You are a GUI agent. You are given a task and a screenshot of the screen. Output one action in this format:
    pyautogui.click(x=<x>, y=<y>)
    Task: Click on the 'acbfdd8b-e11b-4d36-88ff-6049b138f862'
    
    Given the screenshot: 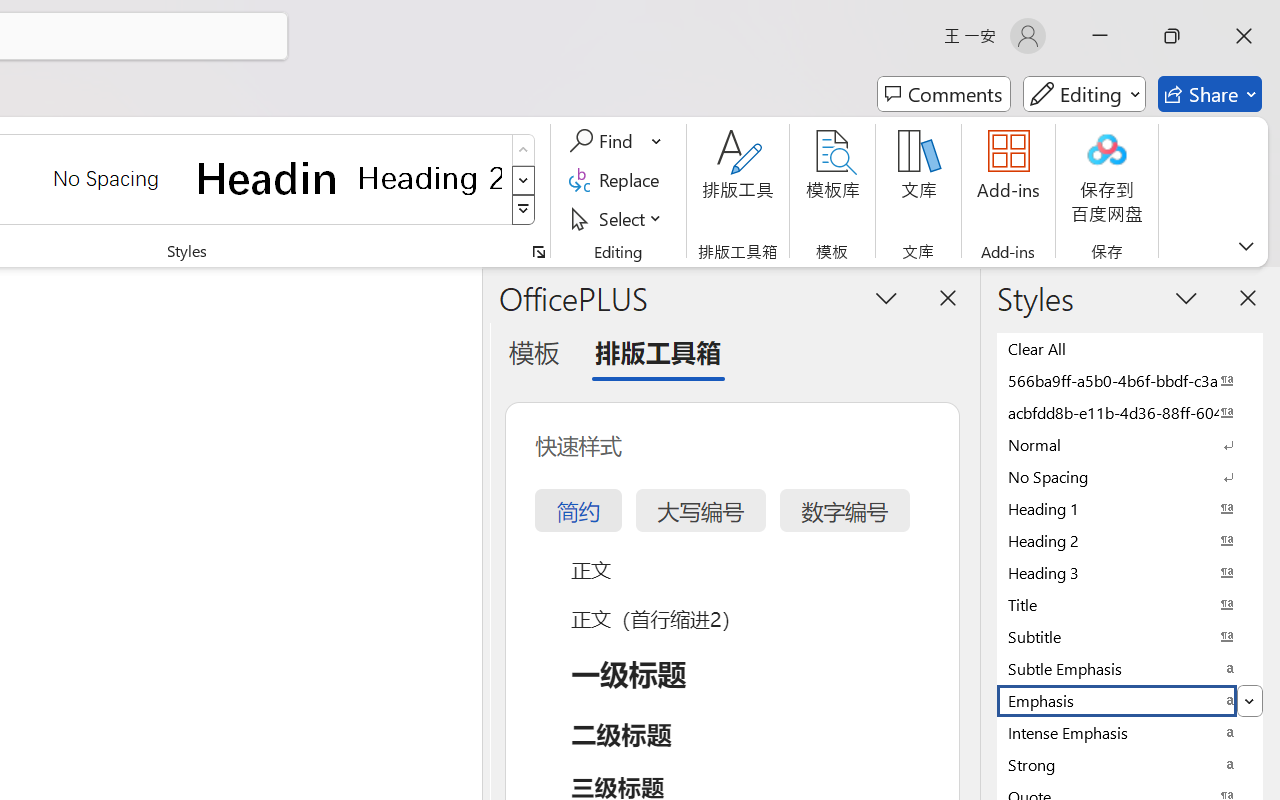 What is the action you would take?
    pyautogui.click(x=1130, y=412)
    